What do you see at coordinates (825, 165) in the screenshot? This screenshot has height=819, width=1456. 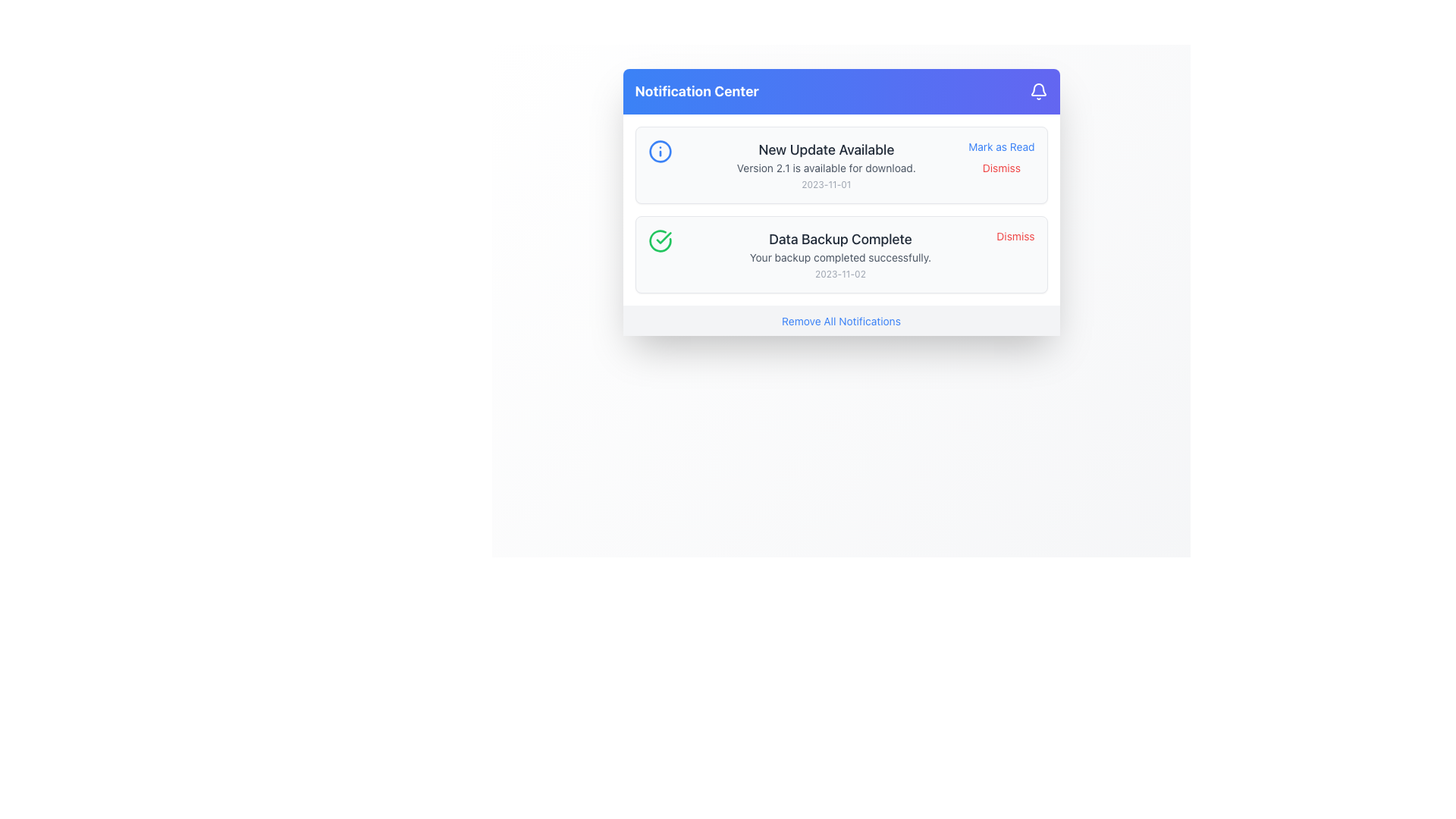 I see `the informational text block displaying 'New Update Available' in the Notification Center` at bounding box center [825, 165].